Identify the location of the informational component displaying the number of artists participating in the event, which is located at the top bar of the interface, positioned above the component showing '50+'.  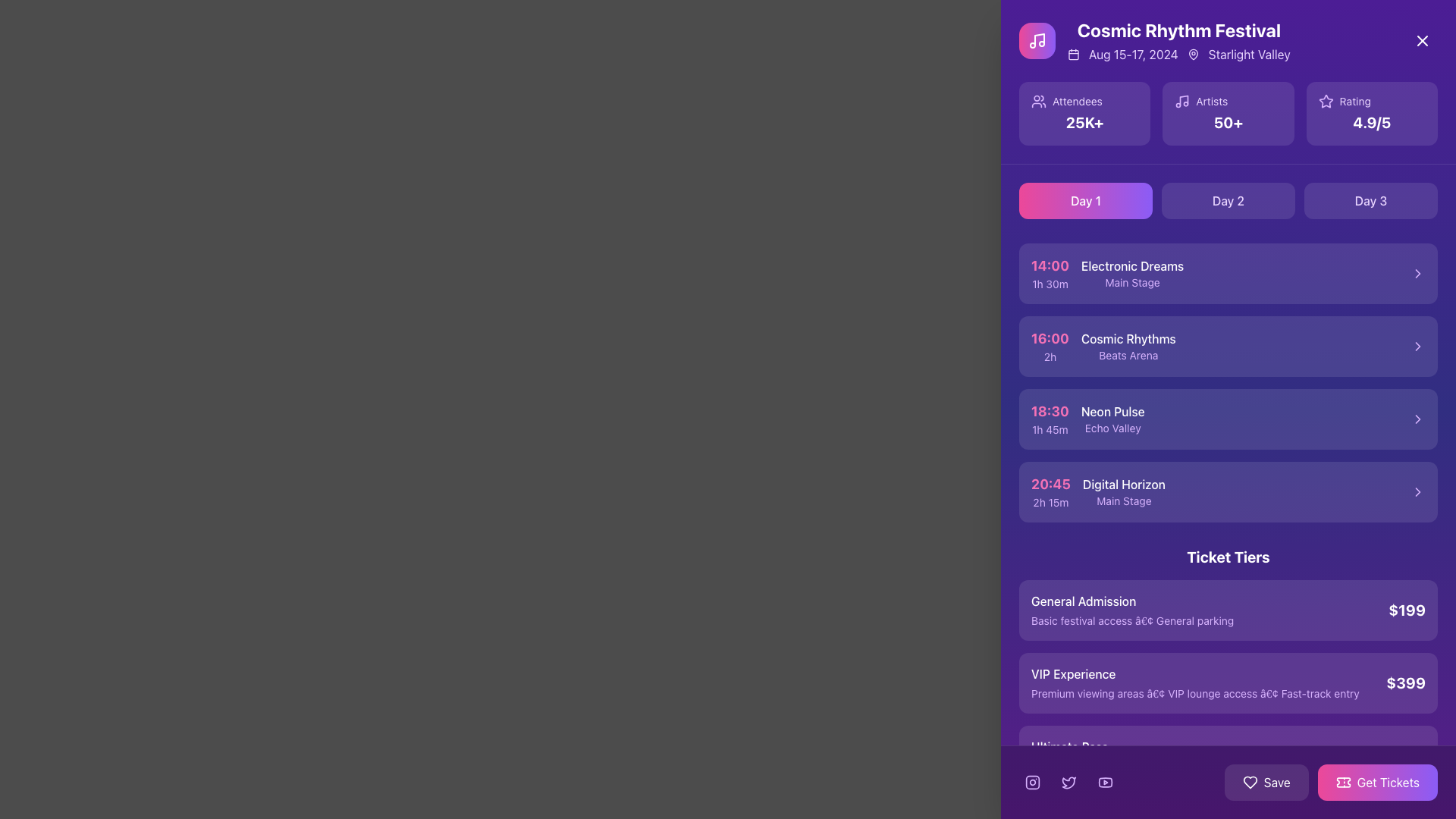
(1228, 102).